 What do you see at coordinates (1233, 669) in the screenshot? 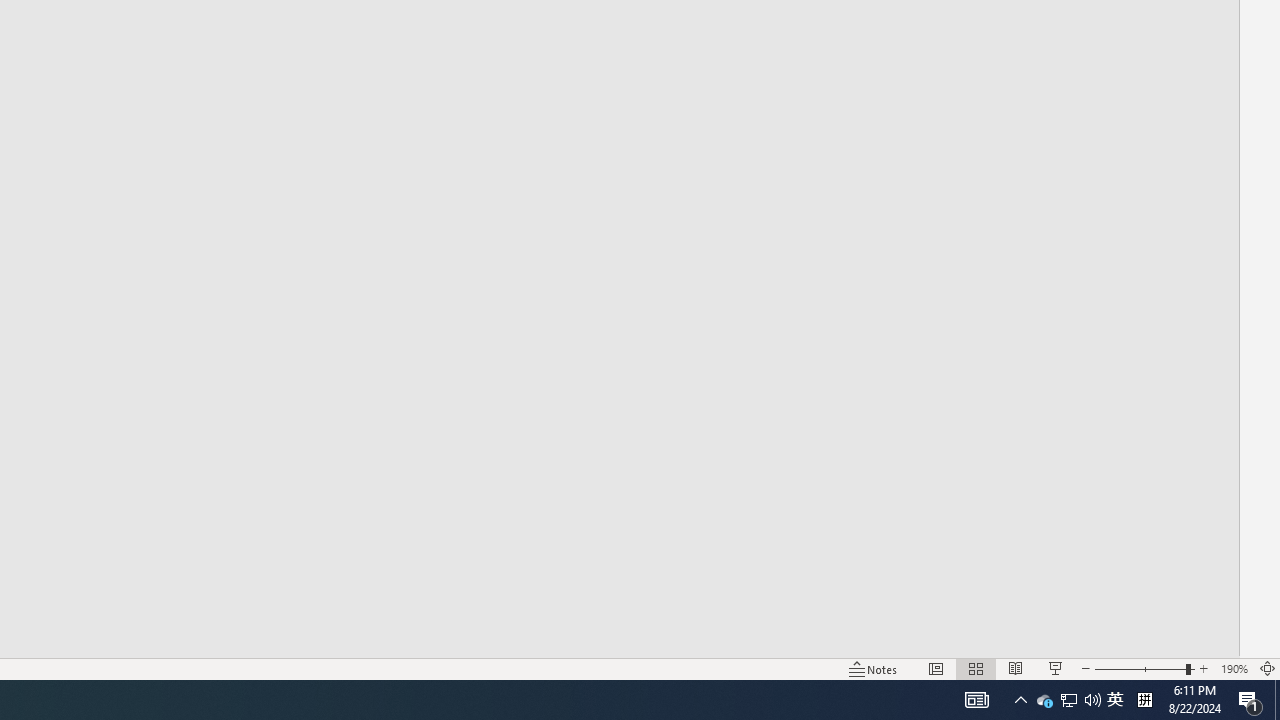
I see `'Zoom 190%'` at bounding box center [1233, 669].